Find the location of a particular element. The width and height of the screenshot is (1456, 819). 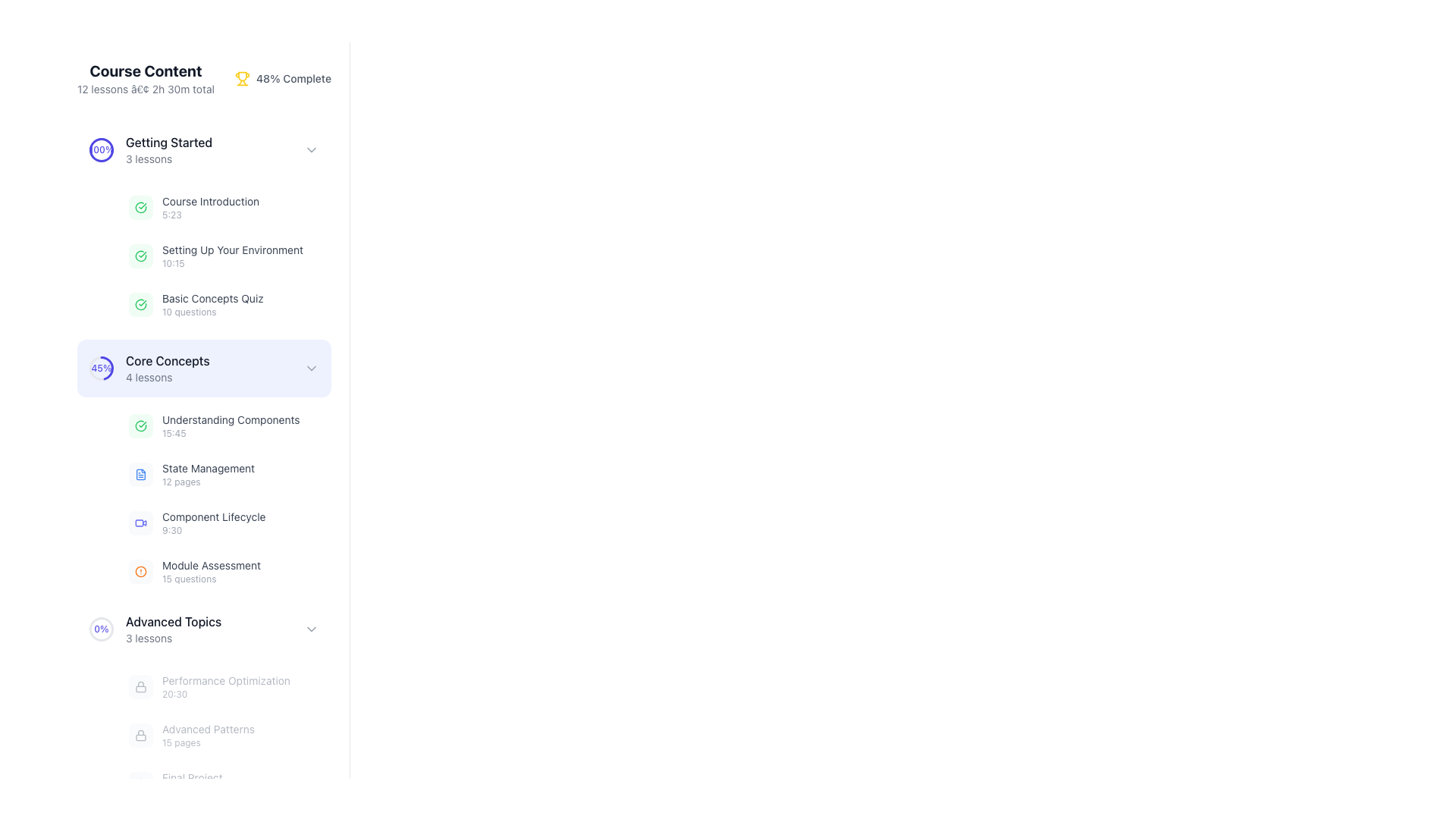

the list entry titled 'Basic Concepts Quiz' with subtitle '10 questions' located is located at coordinates (224, 304).